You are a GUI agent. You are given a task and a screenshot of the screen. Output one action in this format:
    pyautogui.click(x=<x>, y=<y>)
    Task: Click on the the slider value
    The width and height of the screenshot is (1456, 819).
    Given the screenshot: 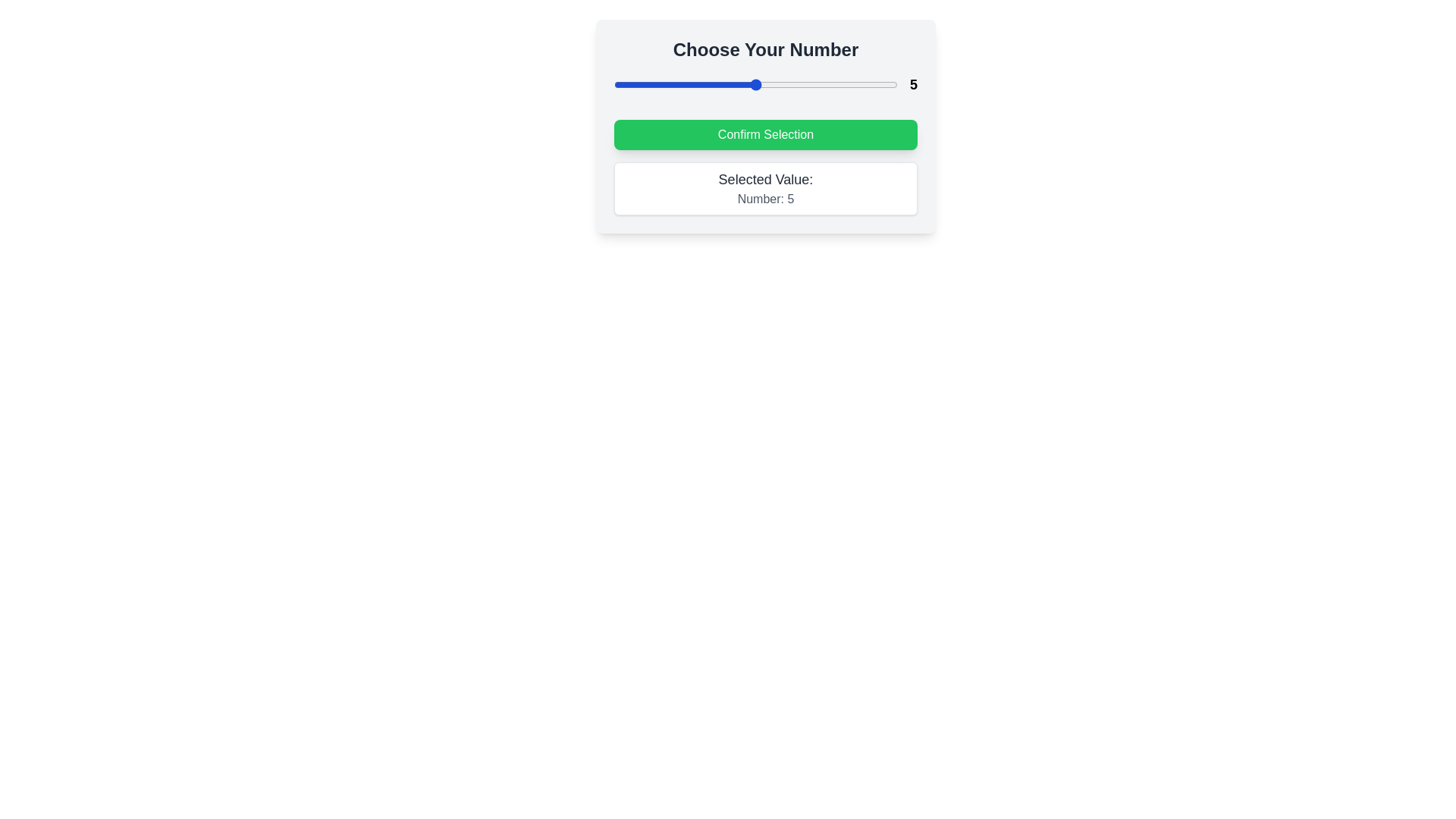 What is the action you would take?
    pyautogui.click(x=670, y=84)
    